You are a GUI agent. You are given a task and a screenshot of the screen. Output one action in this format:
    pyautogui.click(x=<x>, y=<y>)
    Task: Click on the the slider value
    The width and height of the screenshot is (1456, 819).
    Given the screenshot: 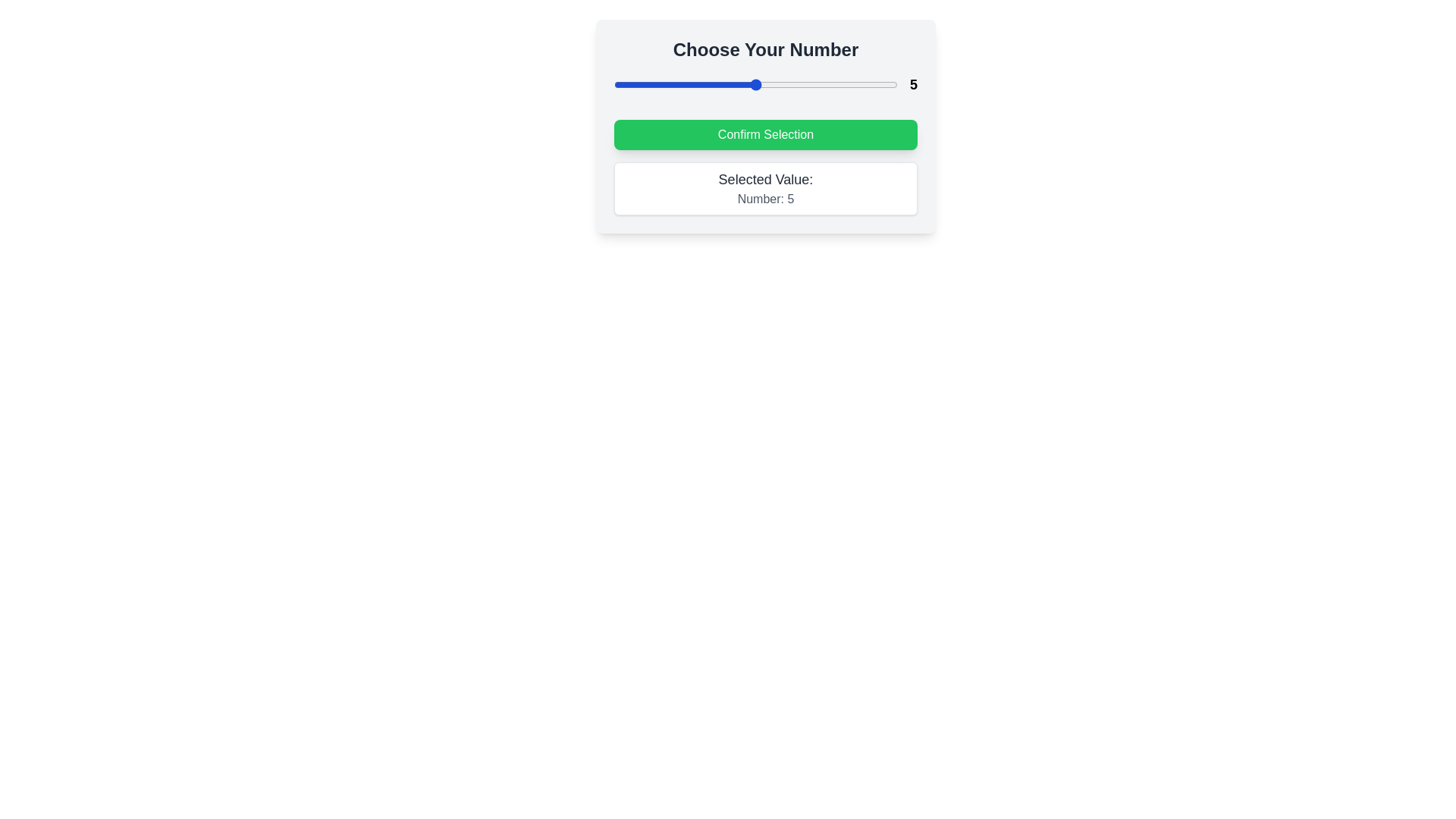 What is the action you would take?
    pyautogui.click(x=670, y=84)
    